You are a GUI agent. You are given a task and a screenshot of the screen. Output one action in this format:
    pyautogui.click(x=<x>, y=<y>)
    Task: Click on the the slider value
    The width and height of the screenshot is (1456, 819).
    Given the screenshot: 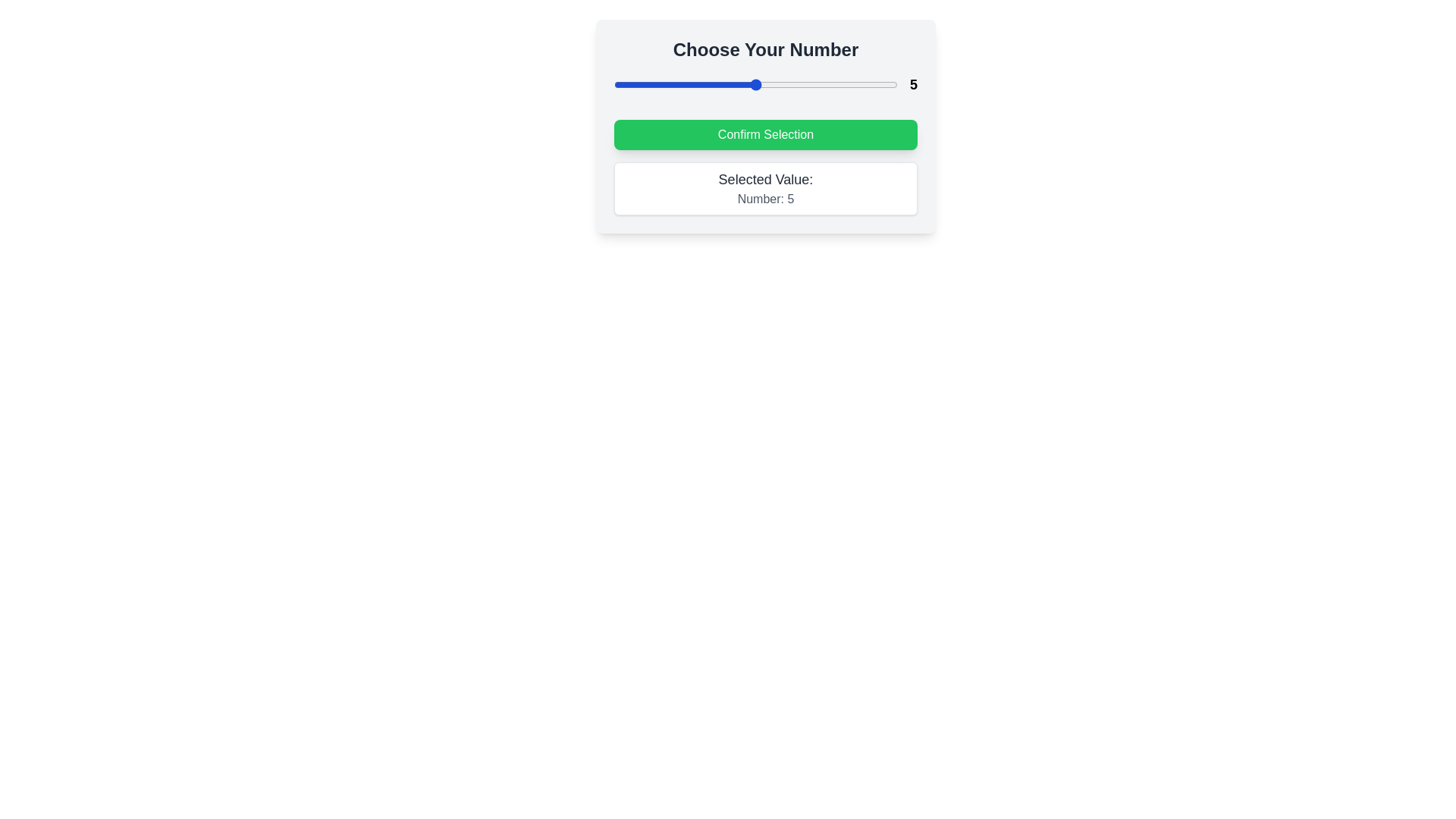 What is the action you would take?
    pyautogui.click(x=670, y=84)
    